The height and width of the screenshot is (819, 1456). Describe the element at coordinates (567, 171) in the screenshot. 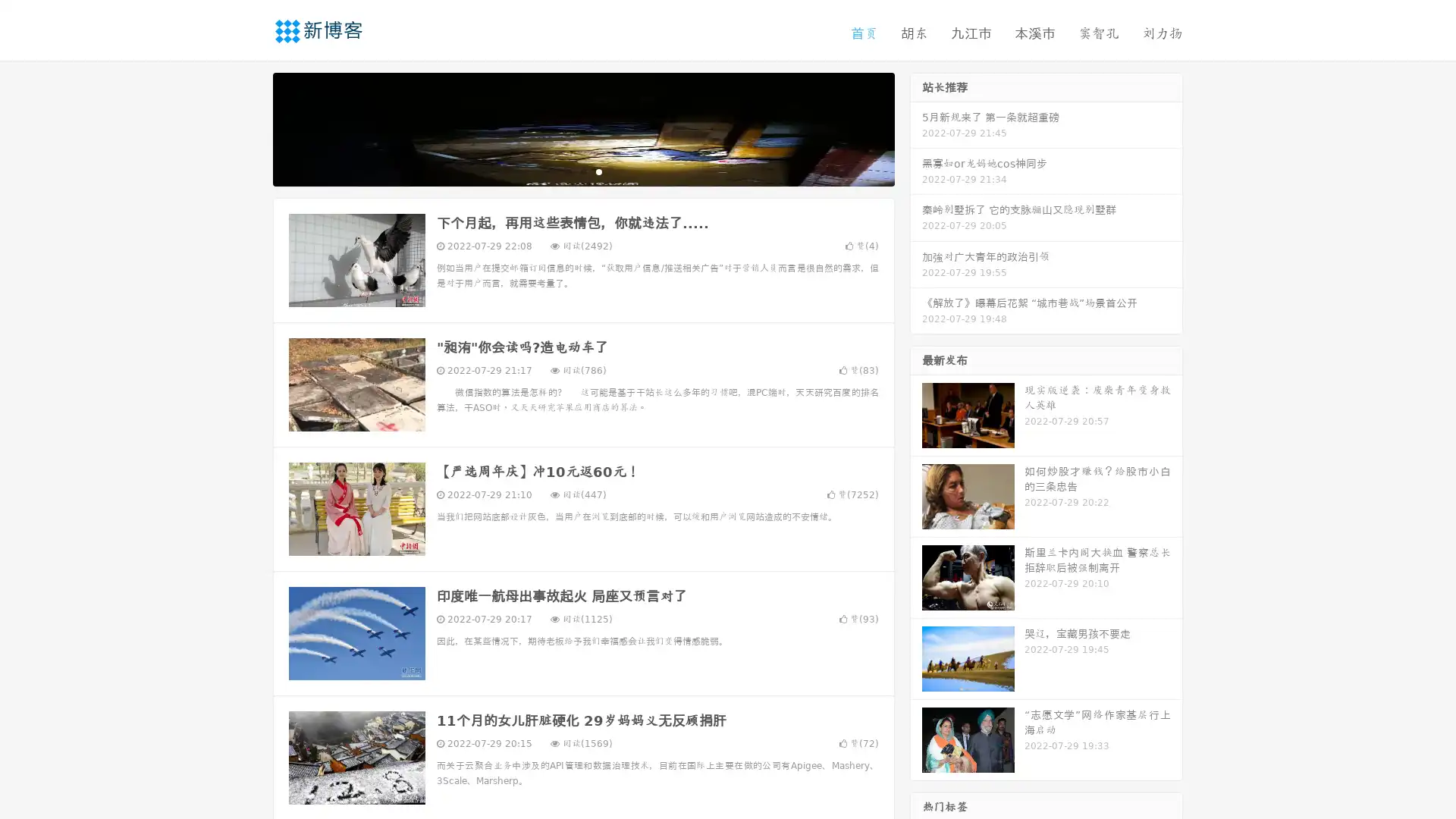

I see `Go to slide 1` at that location.